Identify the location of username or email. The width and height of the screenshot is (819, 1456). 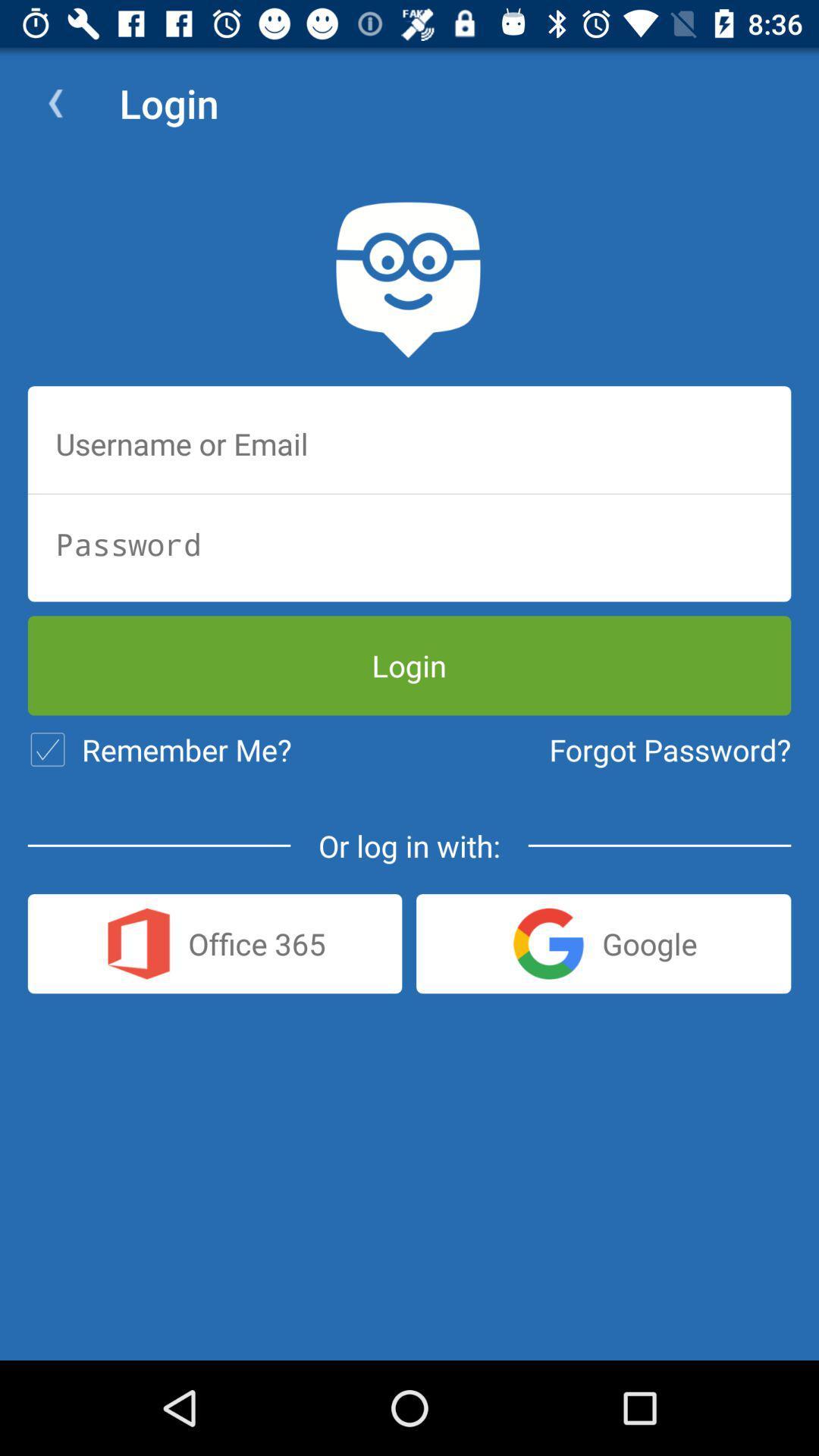
(409, 443).